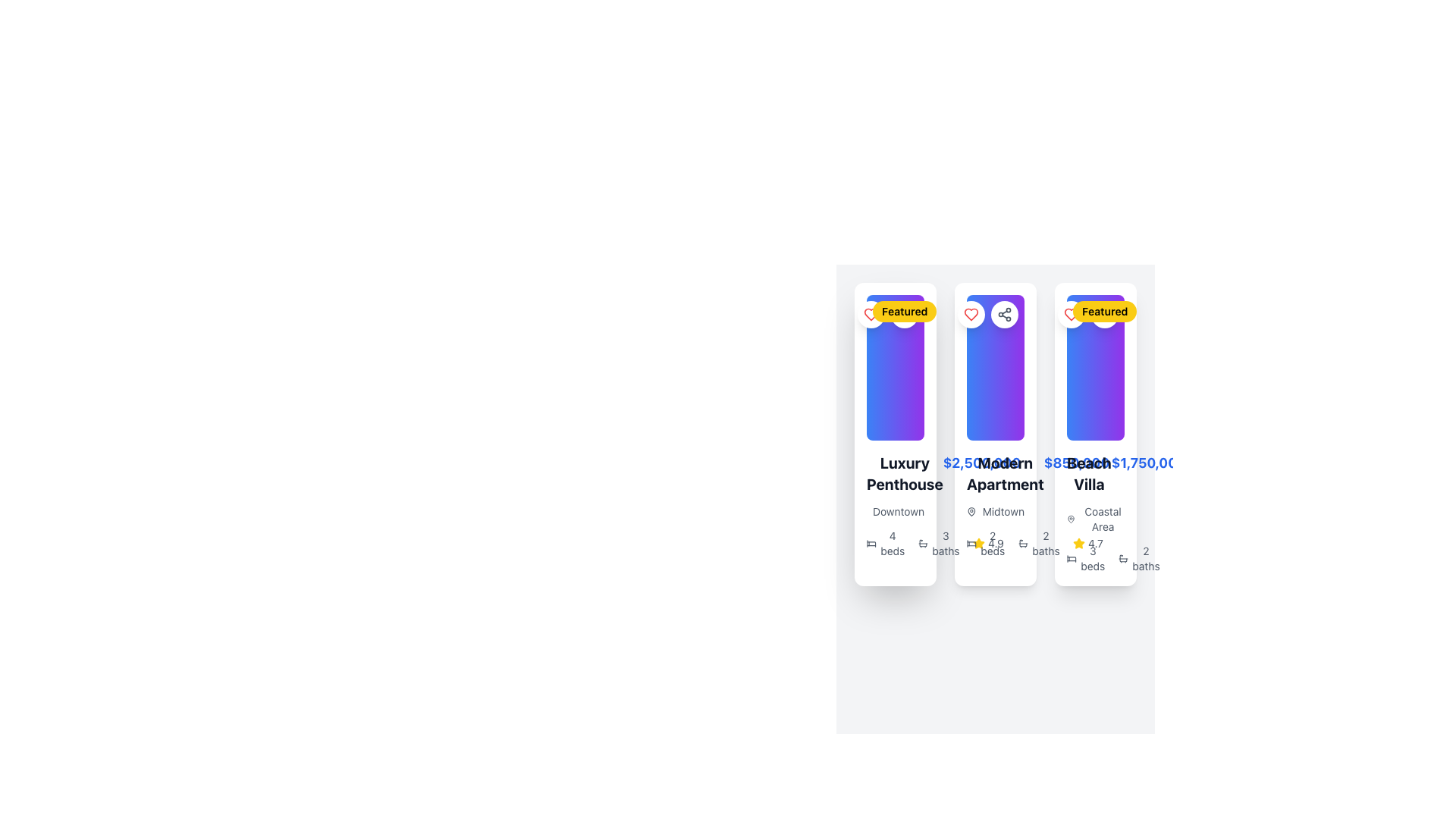 The image size is (1456, 819). I want to click on location pin icon representing 'Midtown', which is the leftmost element in the group containing the icon and the text 'Midtown', located below the title and price information of the central card in a grid of three cards, so click(971, 512).